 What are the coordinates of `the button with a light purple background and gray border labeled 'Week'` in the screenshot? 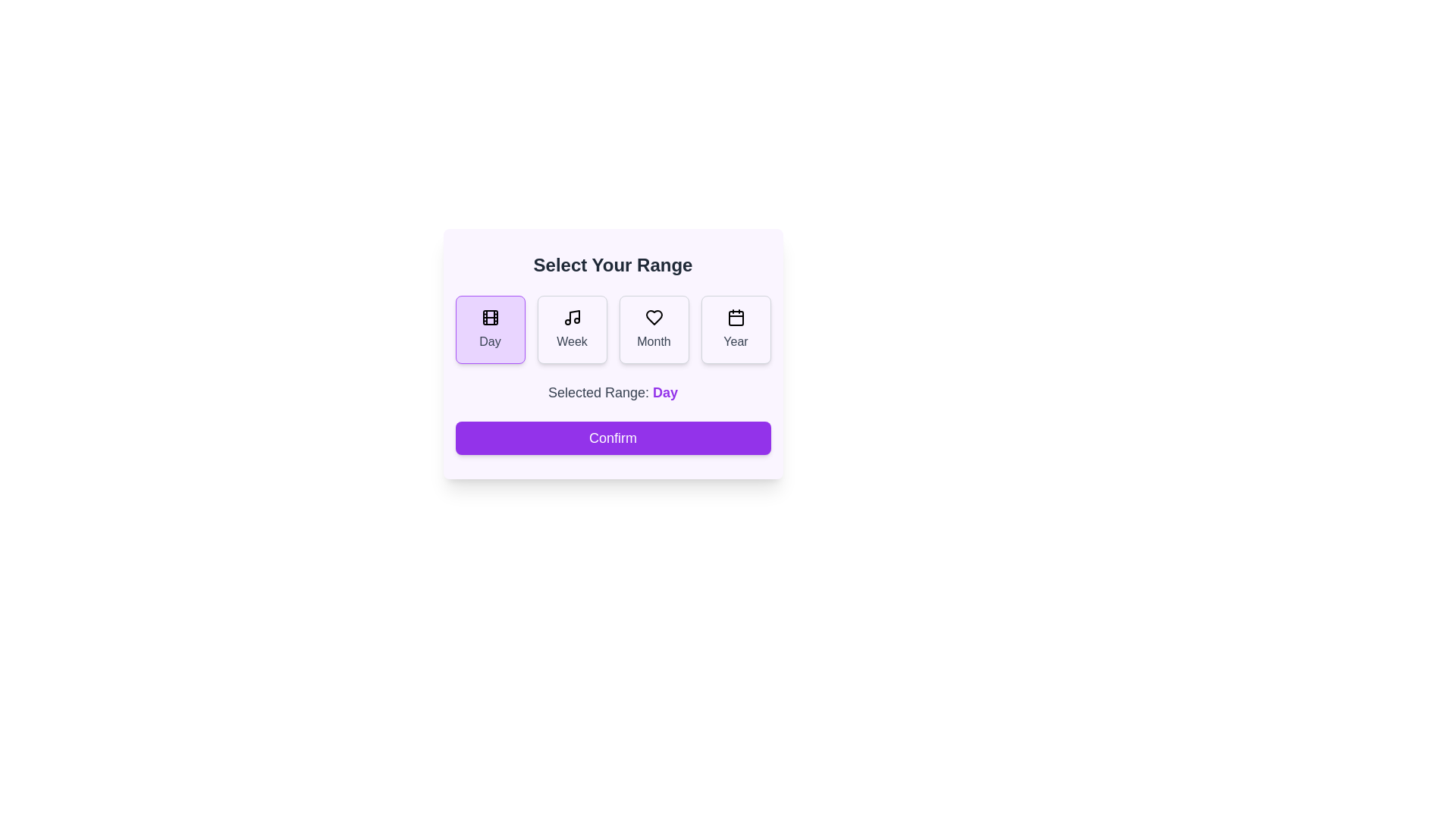 It's located at (571, 329).